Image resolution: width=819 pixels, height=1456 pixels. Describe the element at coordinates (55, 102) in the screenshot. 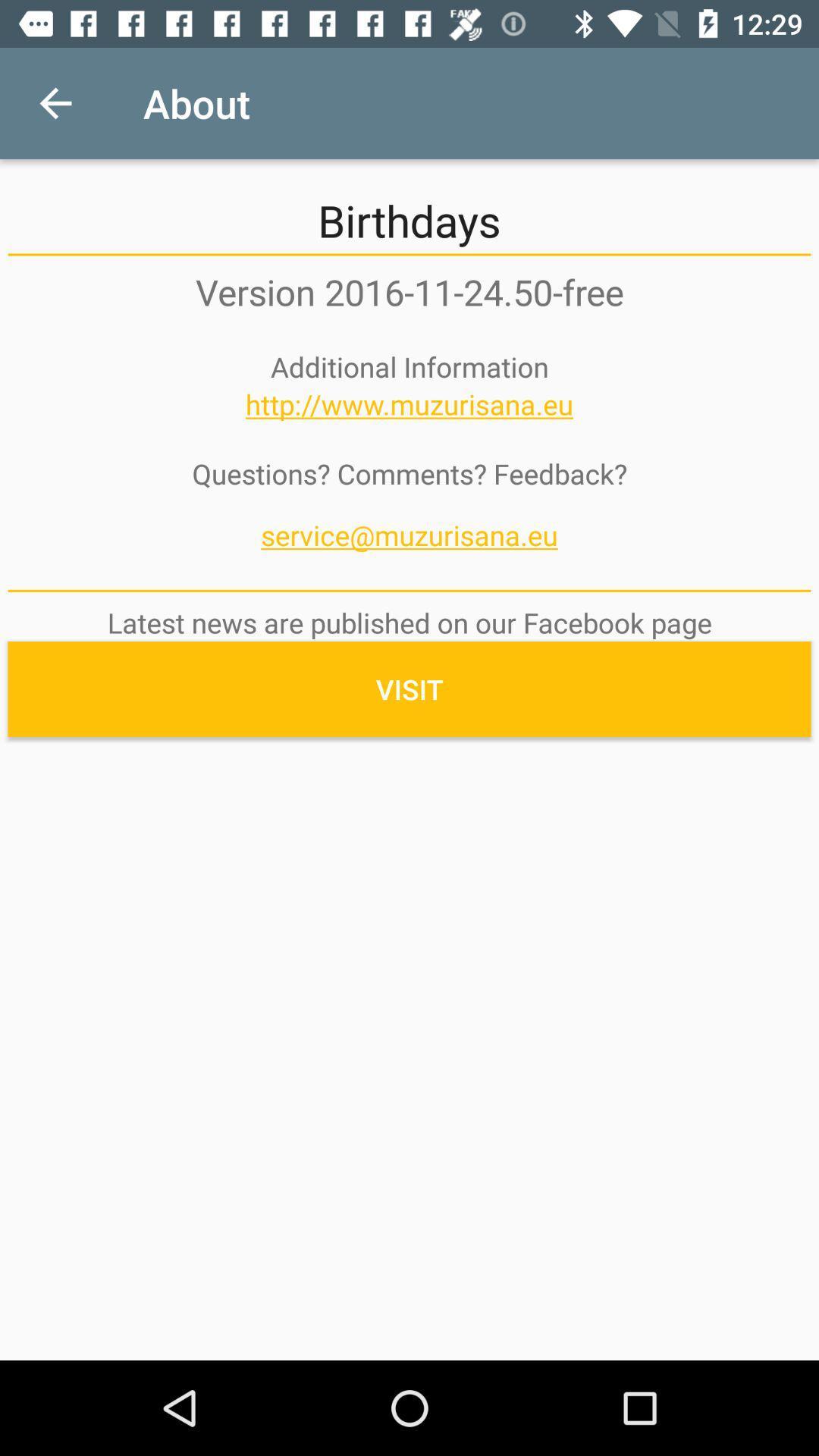

I see `item to the left of about item` at that location.